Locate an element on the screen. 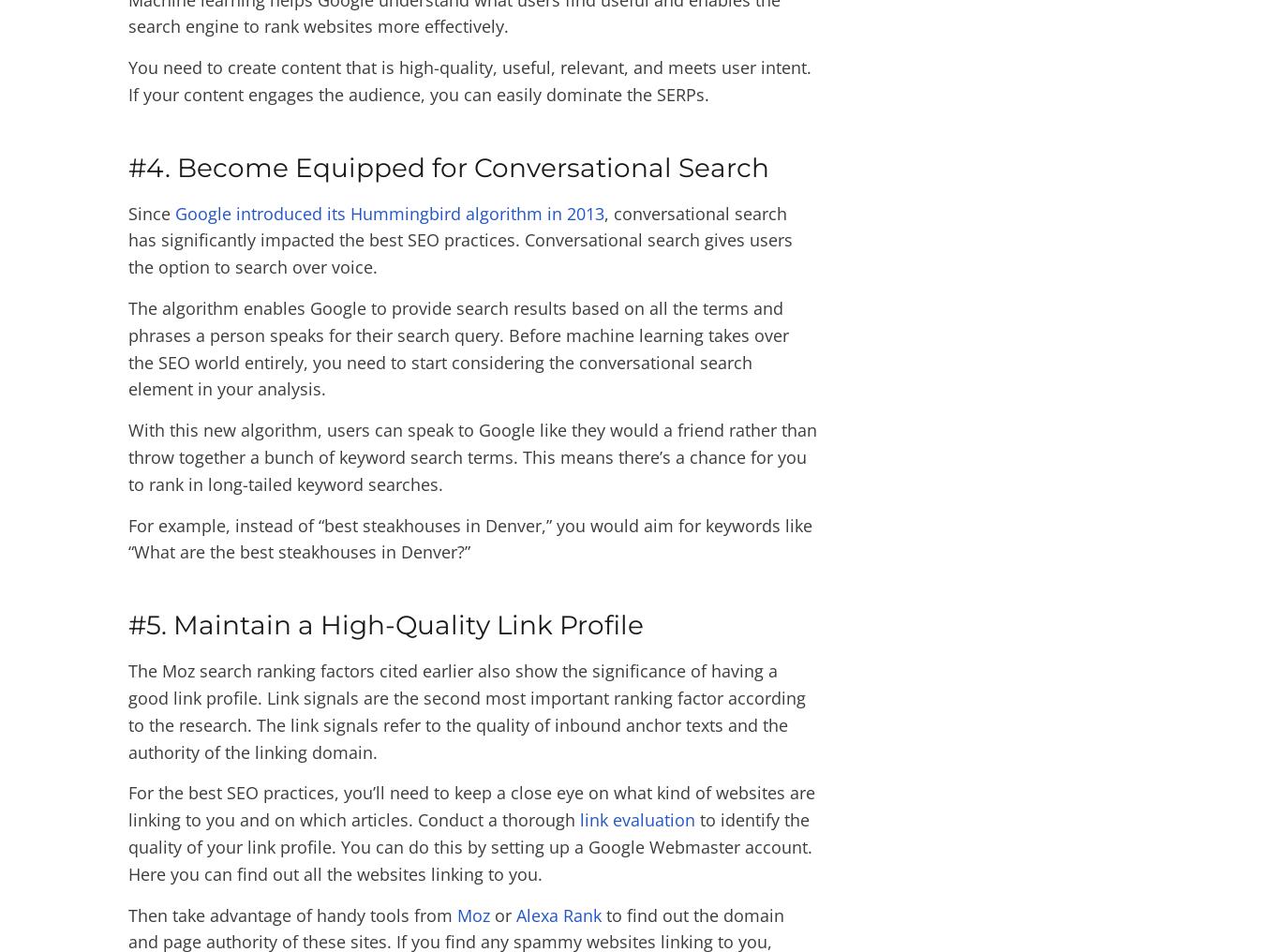  'or' is located at coordinates (502, 914).